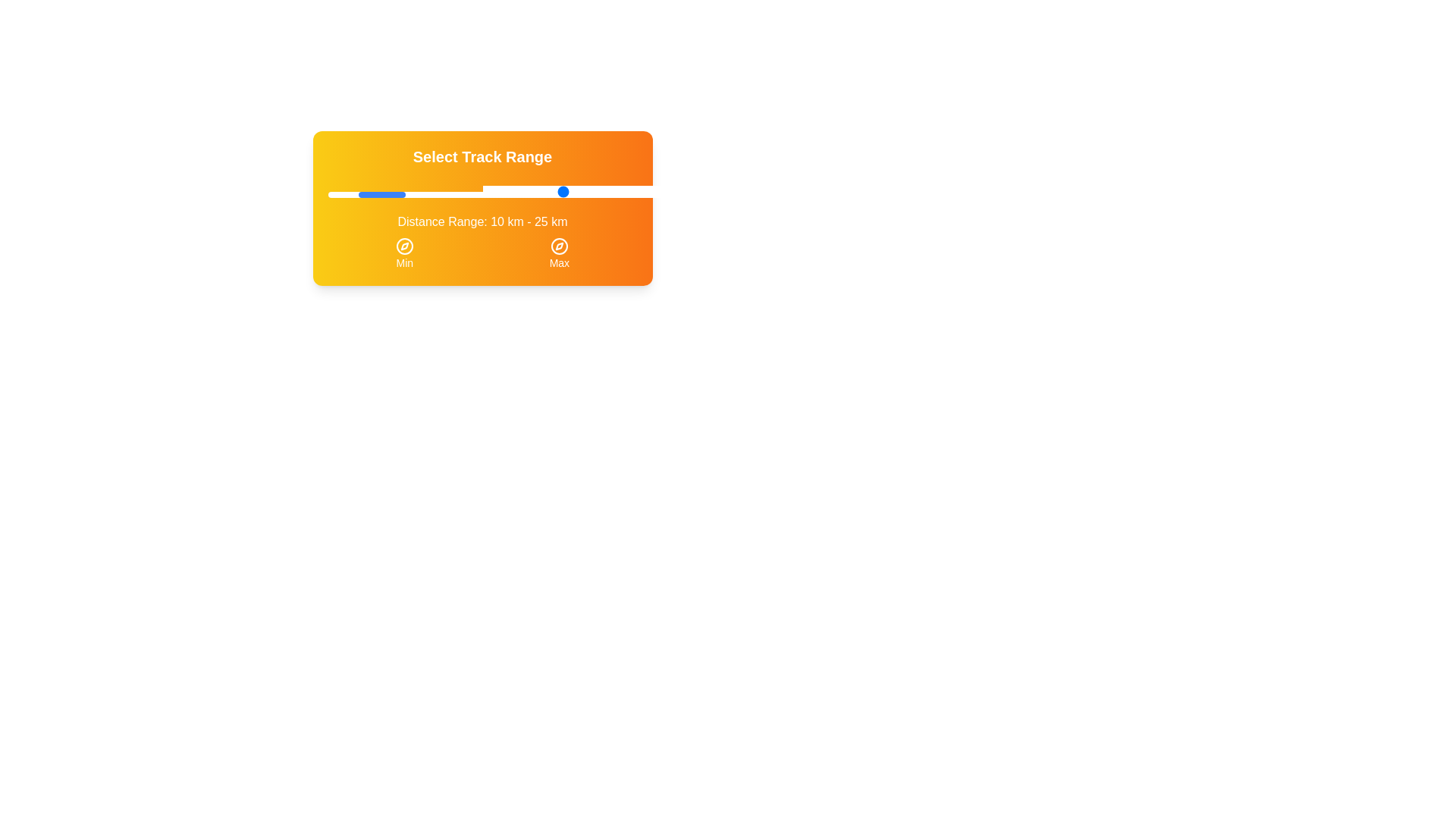 The image size is (1456, 819). Describe the element at coordinates (482, 221) in the screenshot. I see `the Label element displaying 'Distance Range: 10 km - 25 km' which is centrally located within a rectangular orange card above the 'Min' and 'Max' icons` at that location.